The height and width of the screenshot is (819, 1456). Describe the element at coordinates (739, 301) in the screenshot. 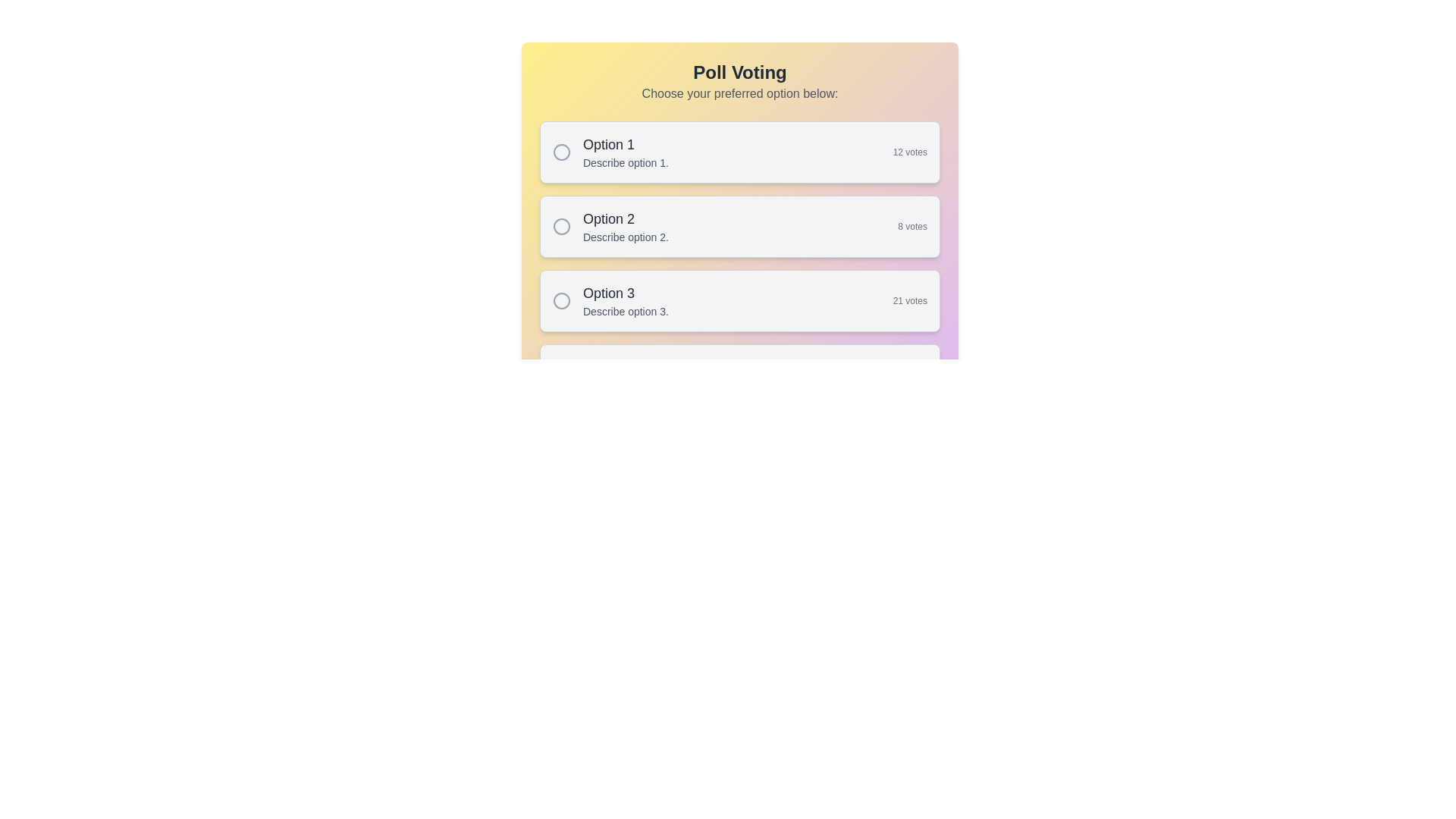

I see `the selectable option titled 'Option 3' with the description 'Describe option 3.' and a vote count of '21 votes'` at that location.